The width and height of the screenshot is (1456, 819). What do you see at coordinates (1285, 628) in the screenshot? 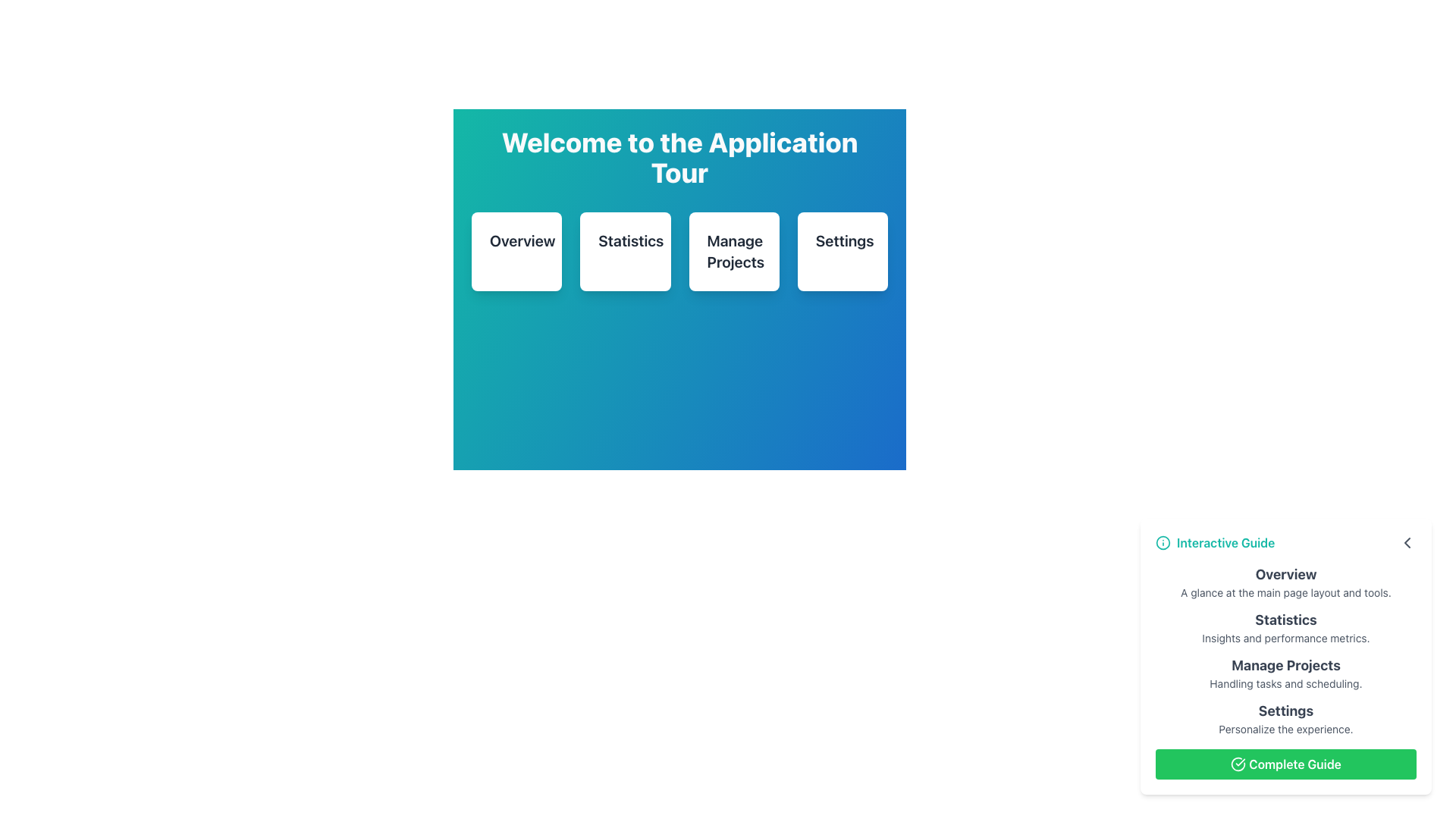
I see `the 'Statistics' section header labeled element` at bounding box center [1285, 628].